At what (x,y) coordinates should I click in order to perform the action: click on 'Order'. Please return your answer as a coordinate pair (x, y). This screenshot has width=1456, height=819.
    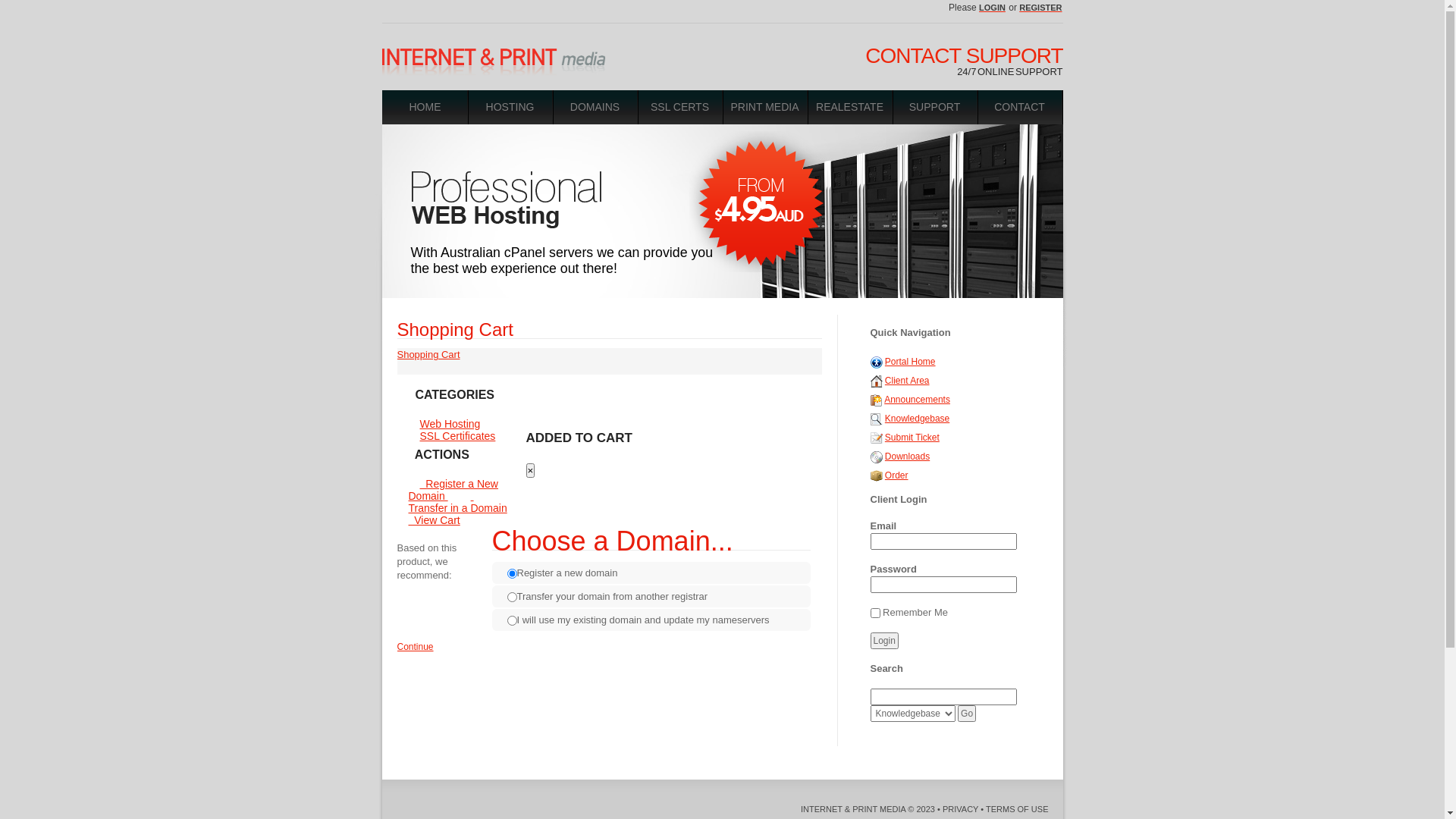
    Looking at the image, I should click on (884, 475).